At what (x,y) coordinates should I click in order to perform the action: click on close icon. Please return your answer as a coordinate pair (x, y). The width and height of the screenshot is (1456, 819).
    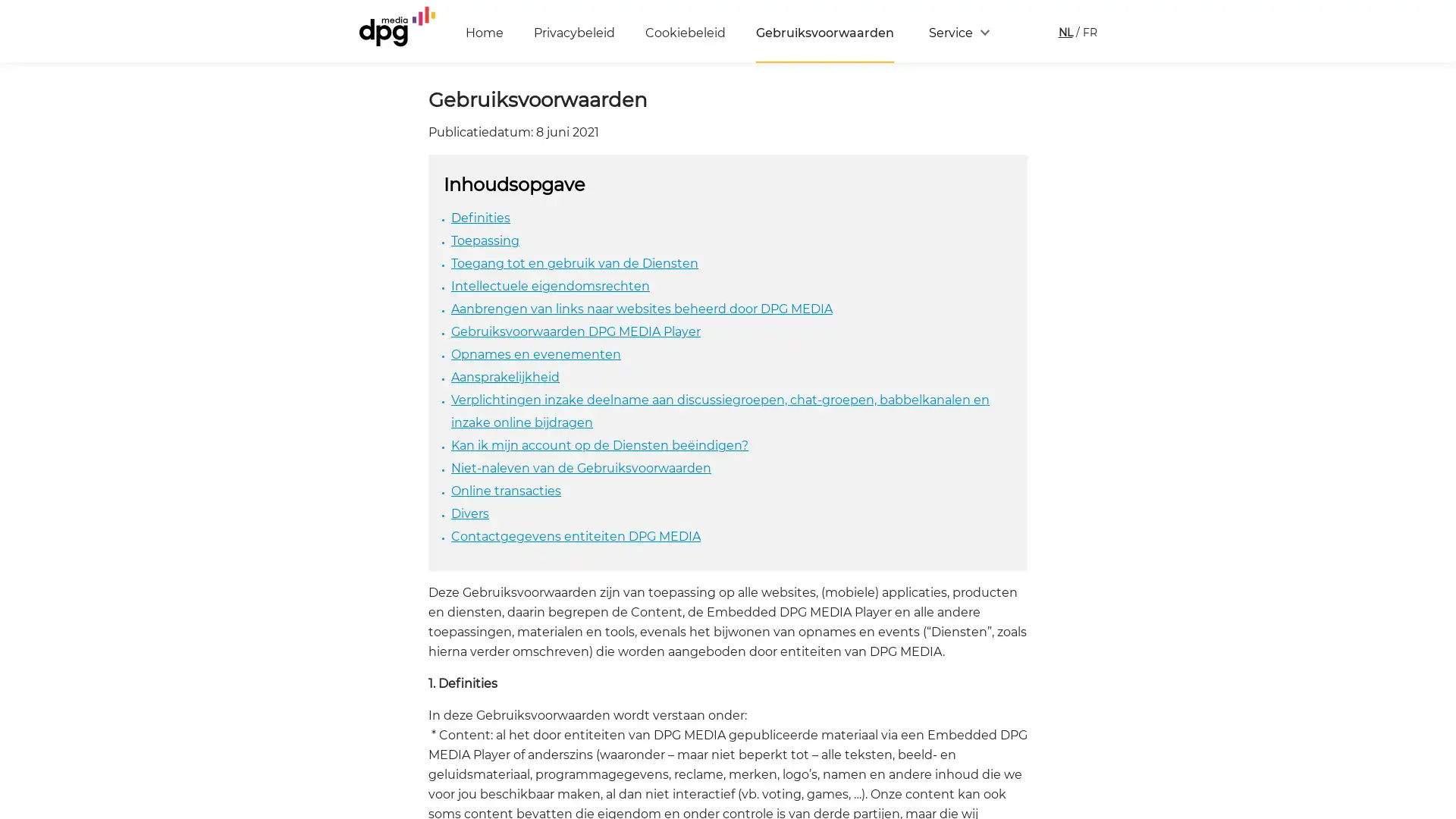
    Looking at the image, I should click on (1436, 595).